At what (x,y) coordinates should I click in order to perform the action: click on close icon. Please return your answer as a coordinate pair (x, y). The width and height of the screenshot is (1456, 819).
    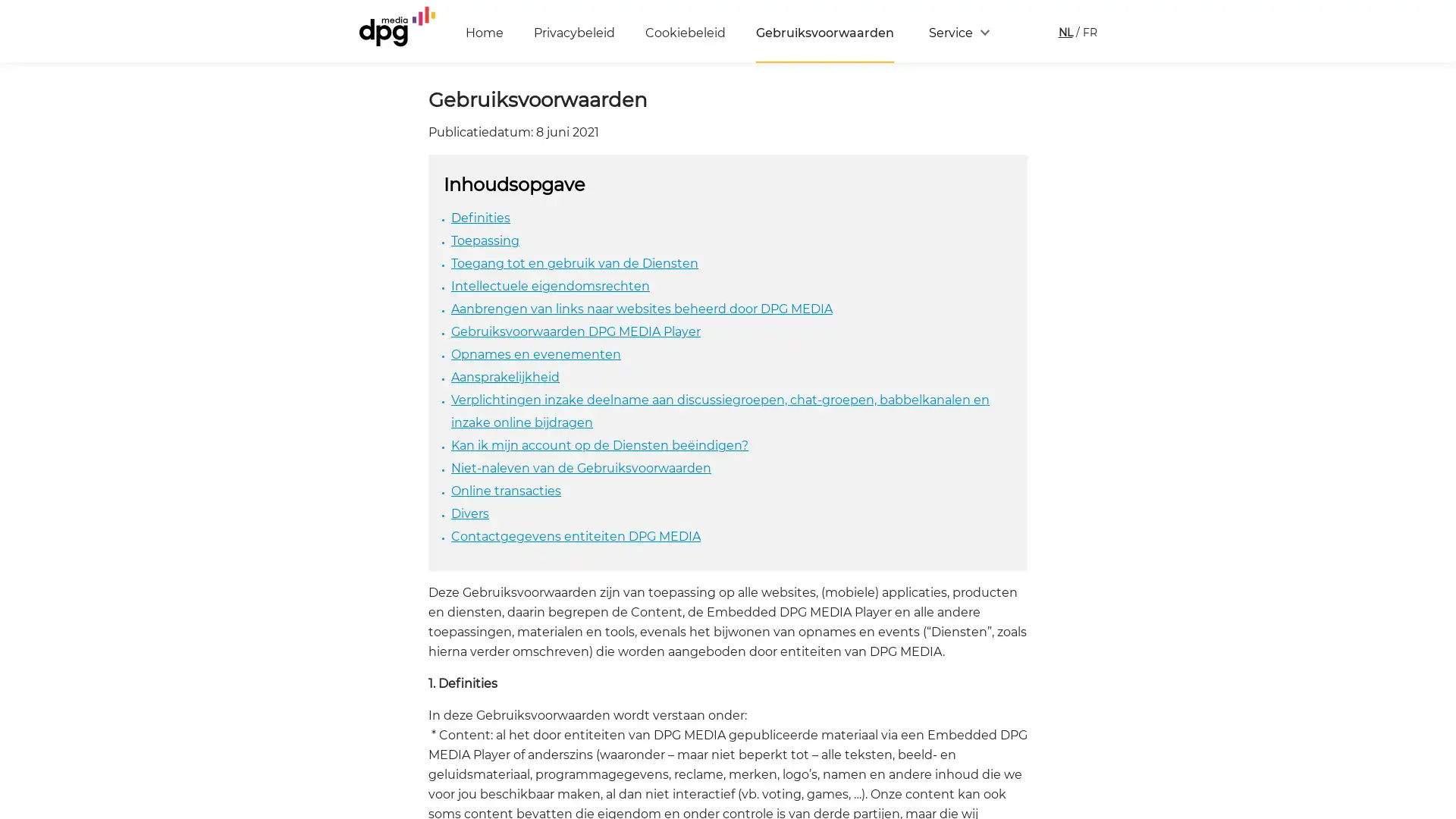
    Looking at the image, I should click on (1436, 595).